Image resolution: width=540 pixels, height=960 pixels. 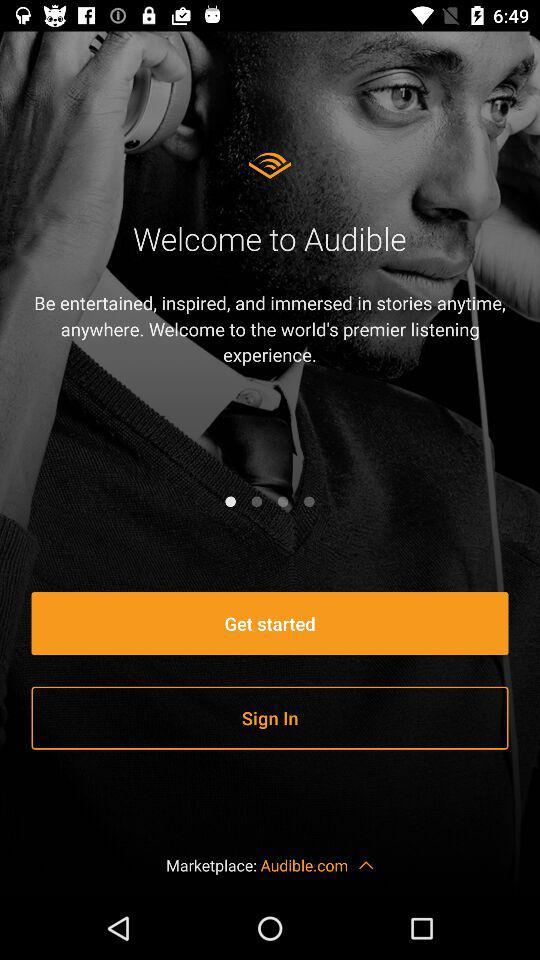 I want to click on icon below the get started item, so click(x=270, y=718).